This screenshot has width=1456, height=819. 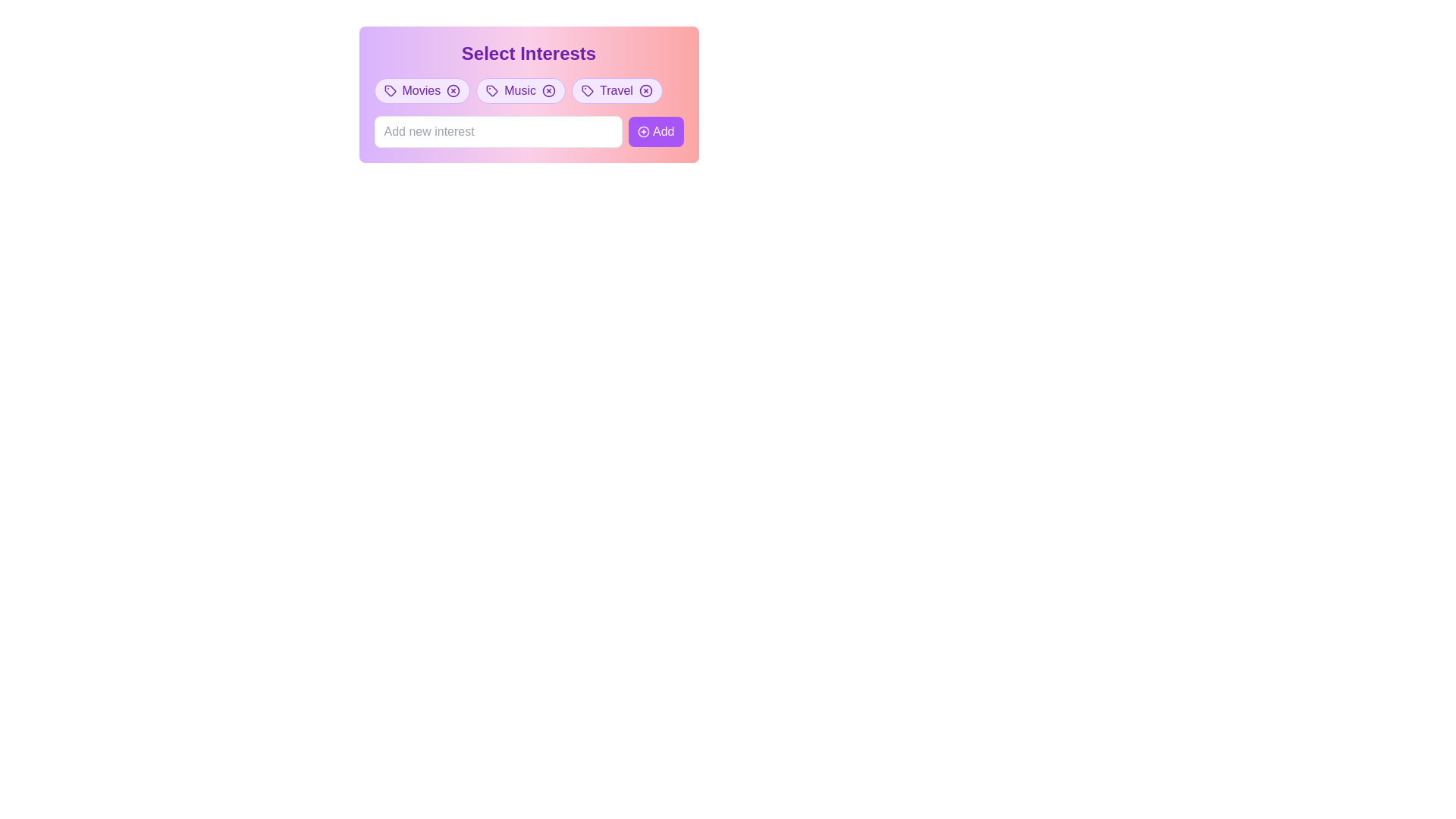 I want to click on the small circular button with a cross inside, located to the right of the 'Music' text in the 'Select Interests' section, so click(x=548, y=90).